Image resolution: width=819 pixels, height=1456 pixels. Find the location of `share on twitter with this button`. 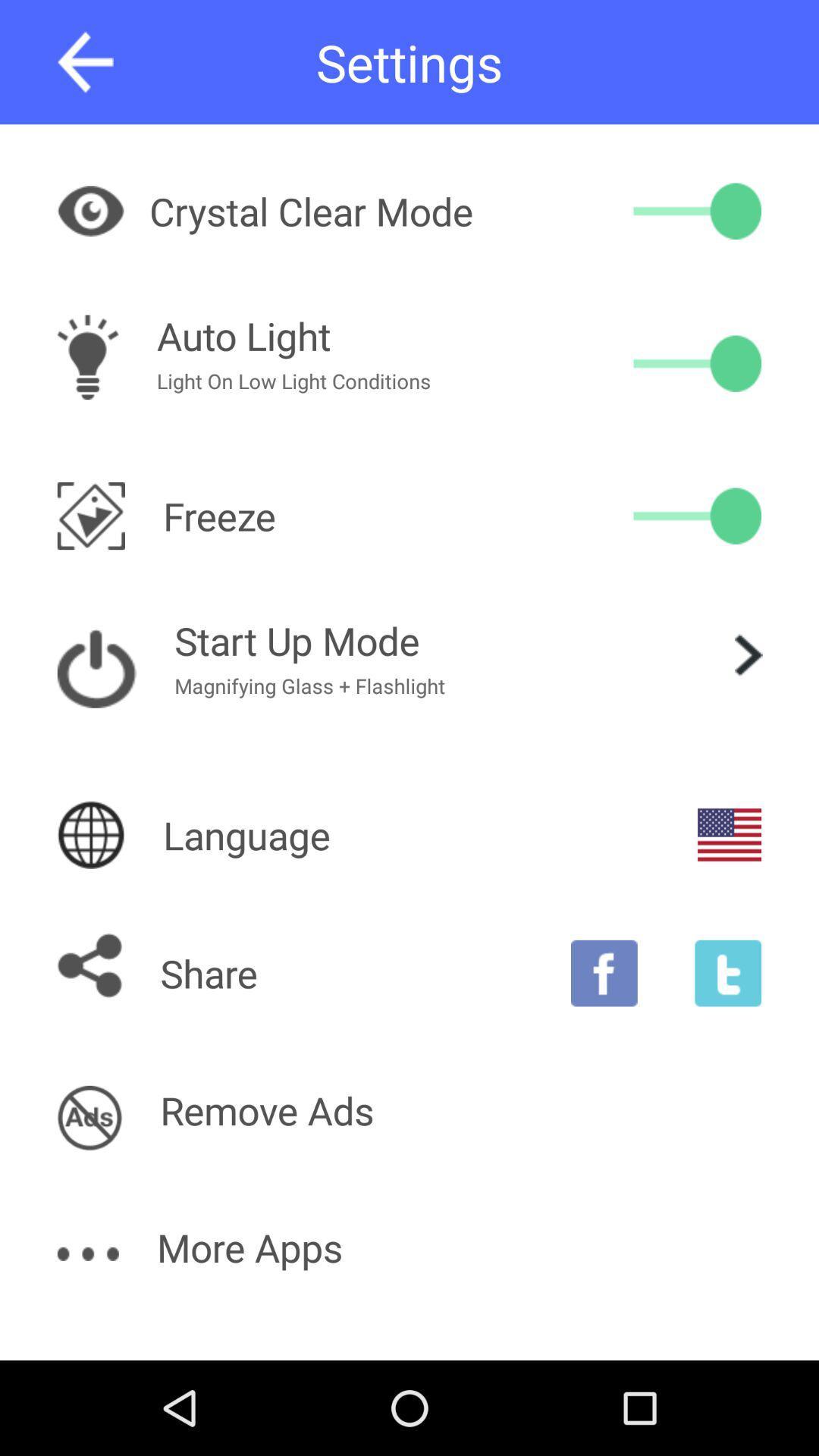

share on twitter with this button is located at coordinates (727, 973).